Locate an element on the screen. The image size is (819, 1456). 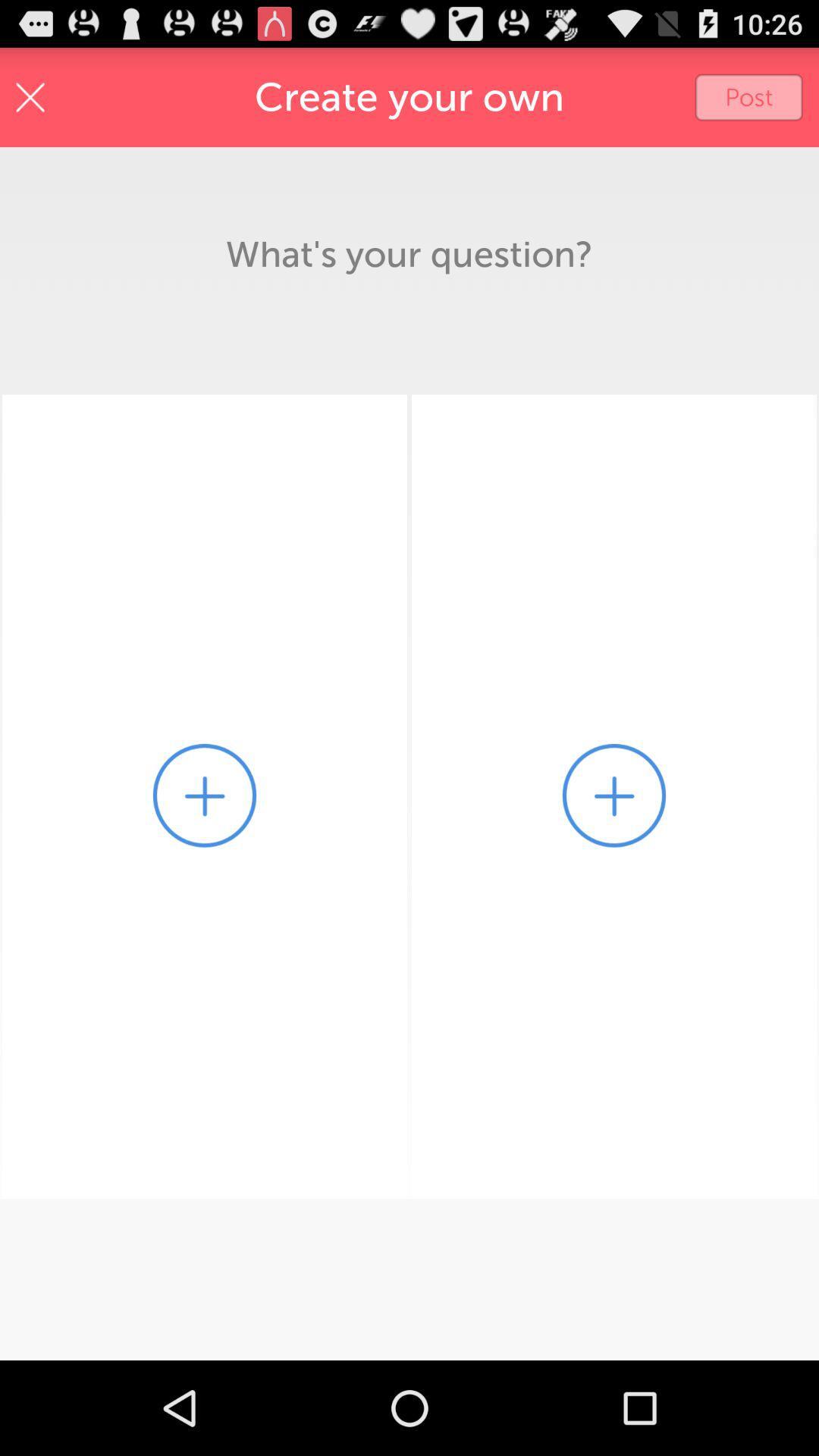
the close icon is located at coordinates (30, 103).